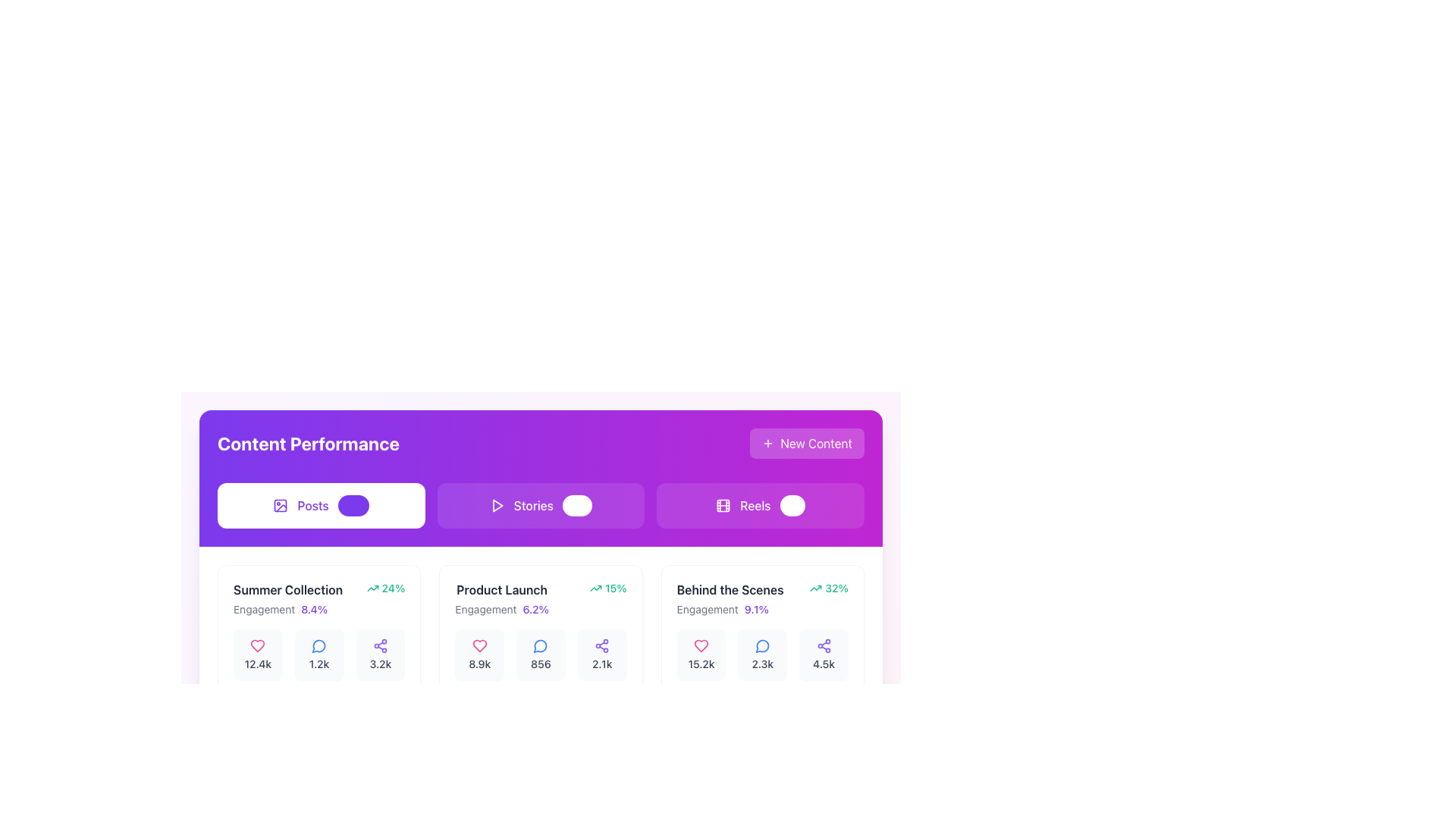 The width and height of the screenshot is (1456, 819). Describe the element at coordinates (823, 654) in the screenshot. I see `the Statistical display component displaying '4.5k' with a violet share icon and gray background located in the 'Behind the Scenes' section` at that location.